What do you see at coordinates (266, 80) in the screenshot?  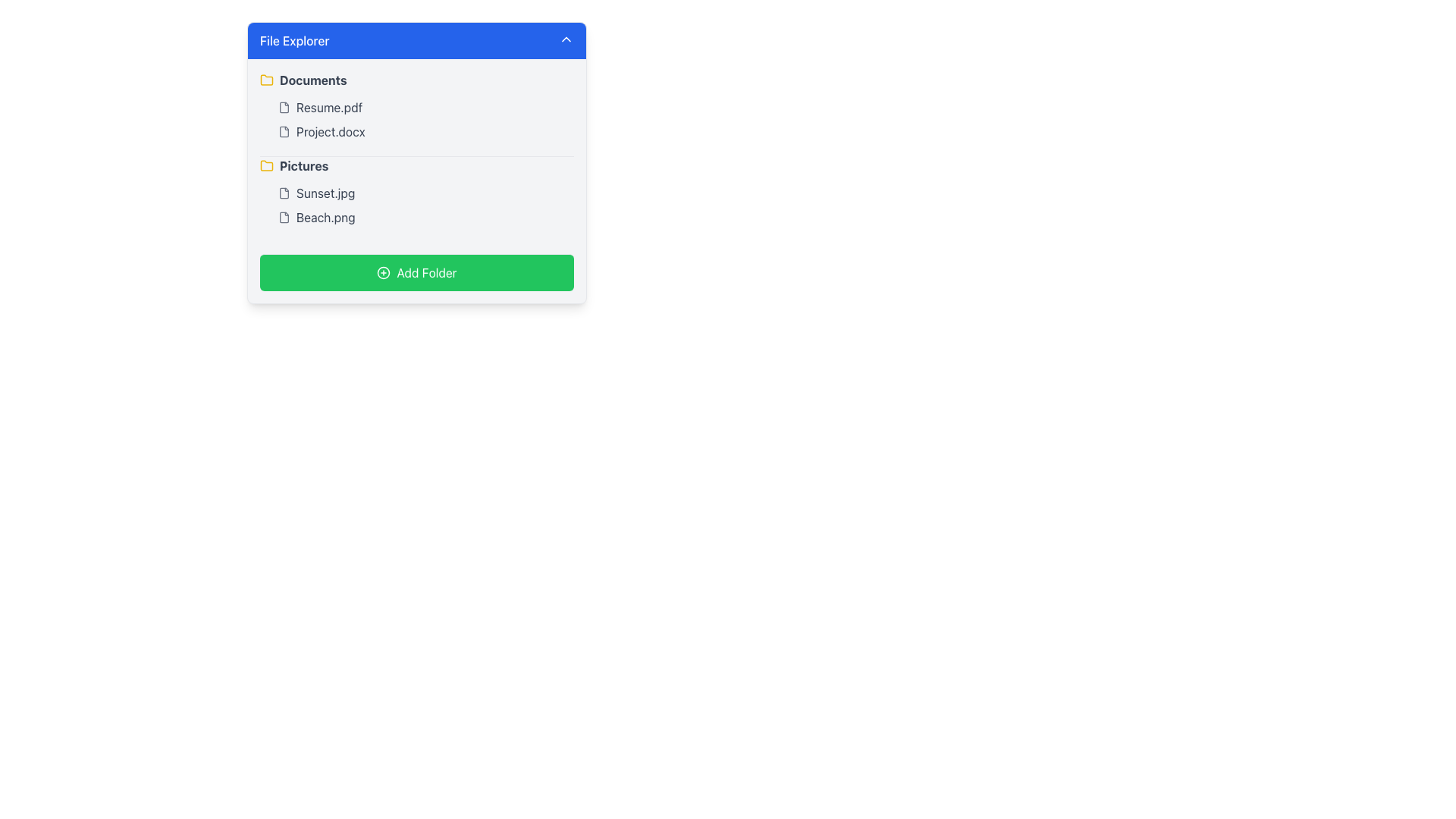 I see `the 'Documents' icon in the file explorer interface, which is positioned immediately to the left of the 'Documents' text label` at bounding box center [266, 80].